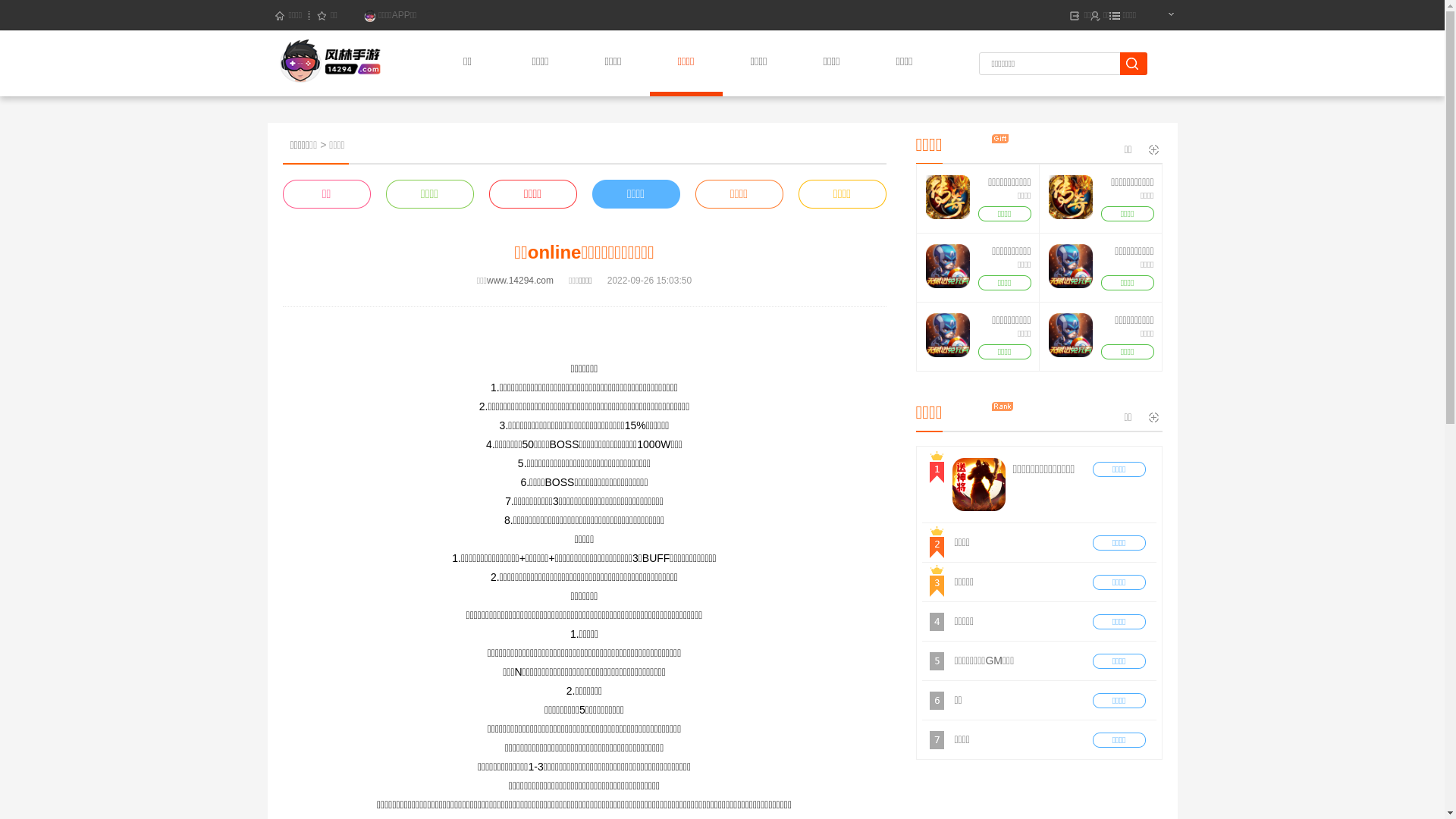  I want to click on 'www.14294.com', so click(520, 281).